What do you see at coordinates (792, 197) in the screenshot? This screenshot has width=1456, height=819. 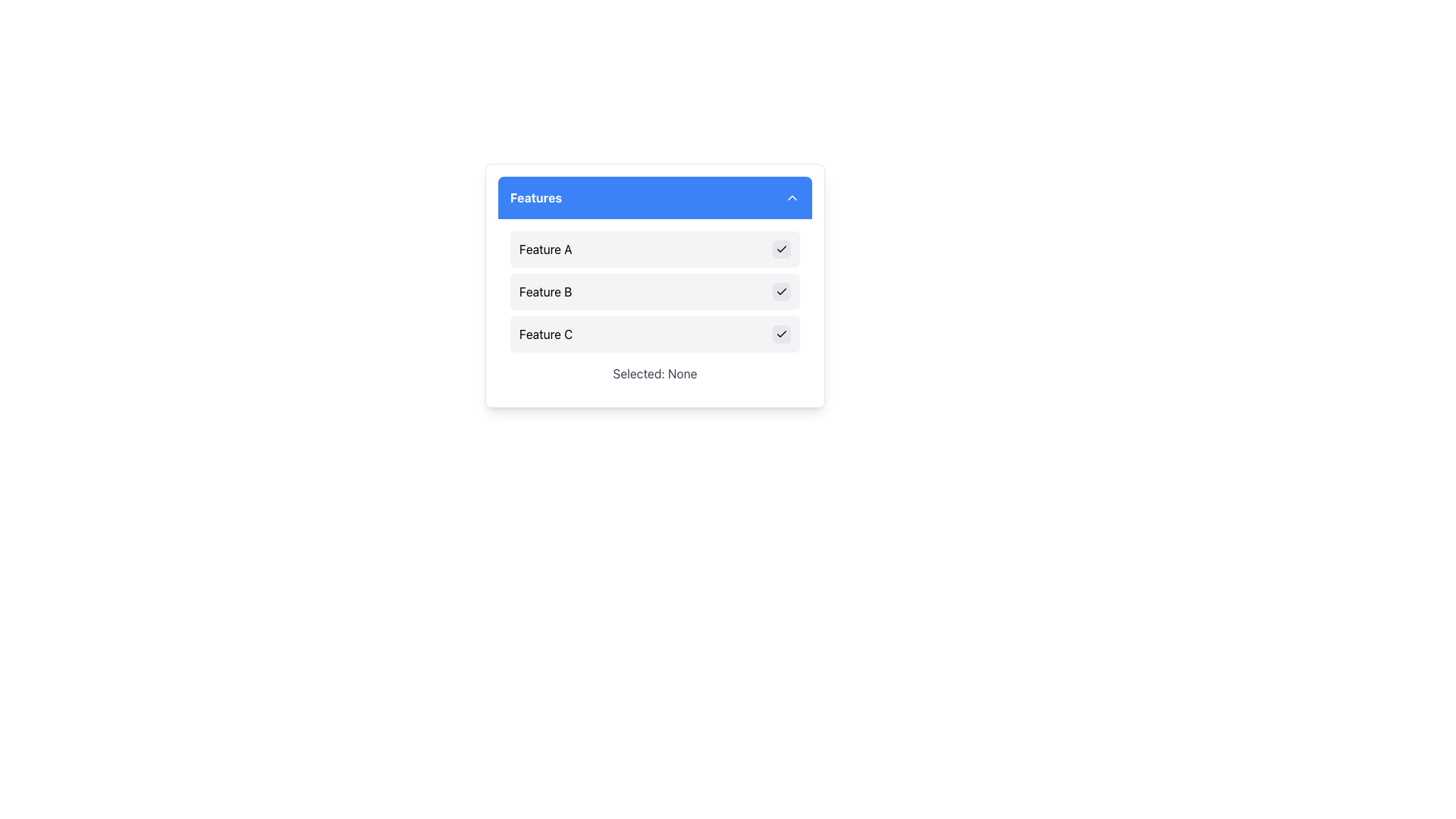 I see `the upward-pointing chevron icon on the right side of the 'Features' bar` at bounding box center [792, 197].